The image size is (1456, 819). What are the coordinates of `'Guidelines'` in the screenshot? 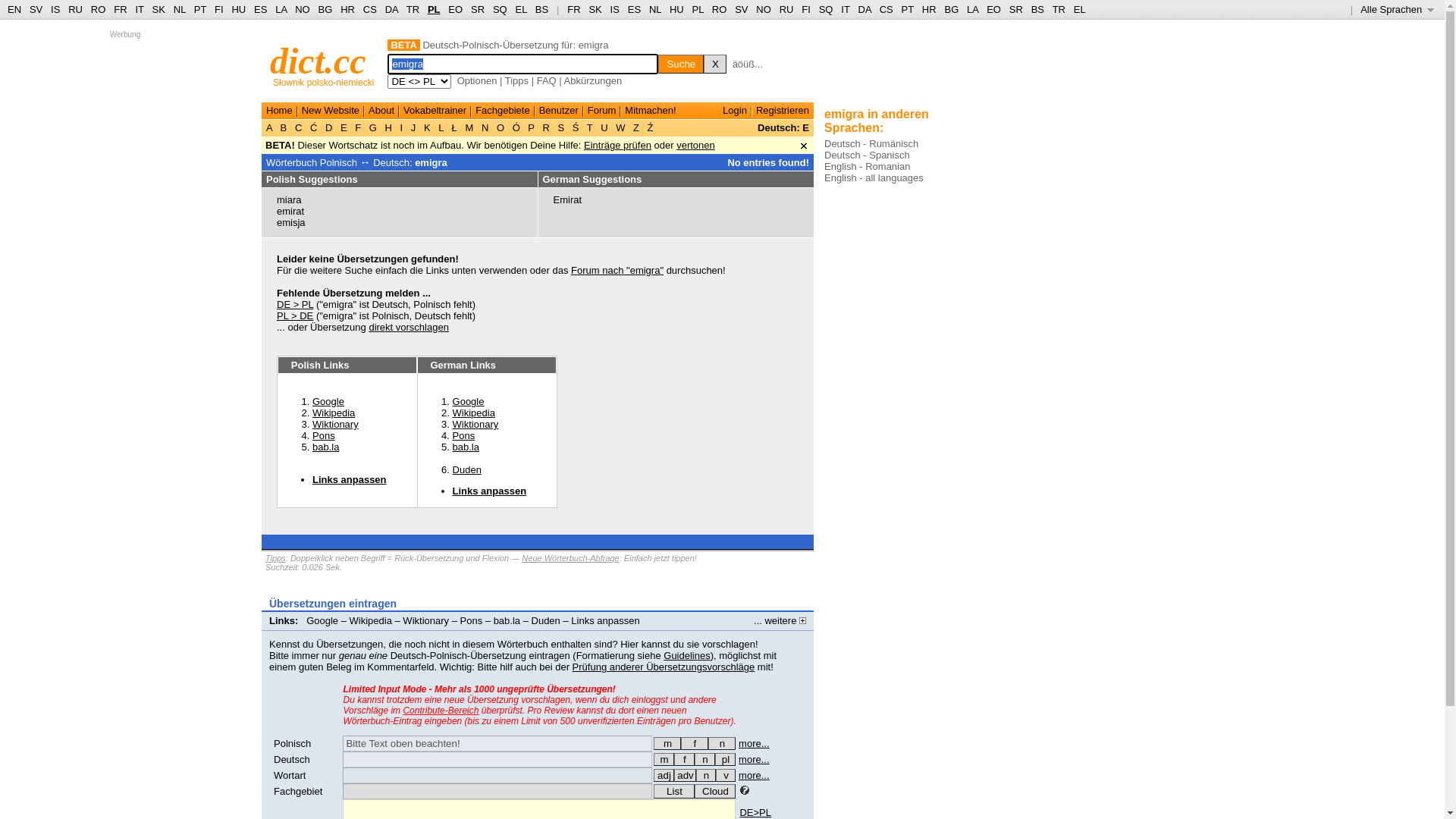 It's located at (686, 654).